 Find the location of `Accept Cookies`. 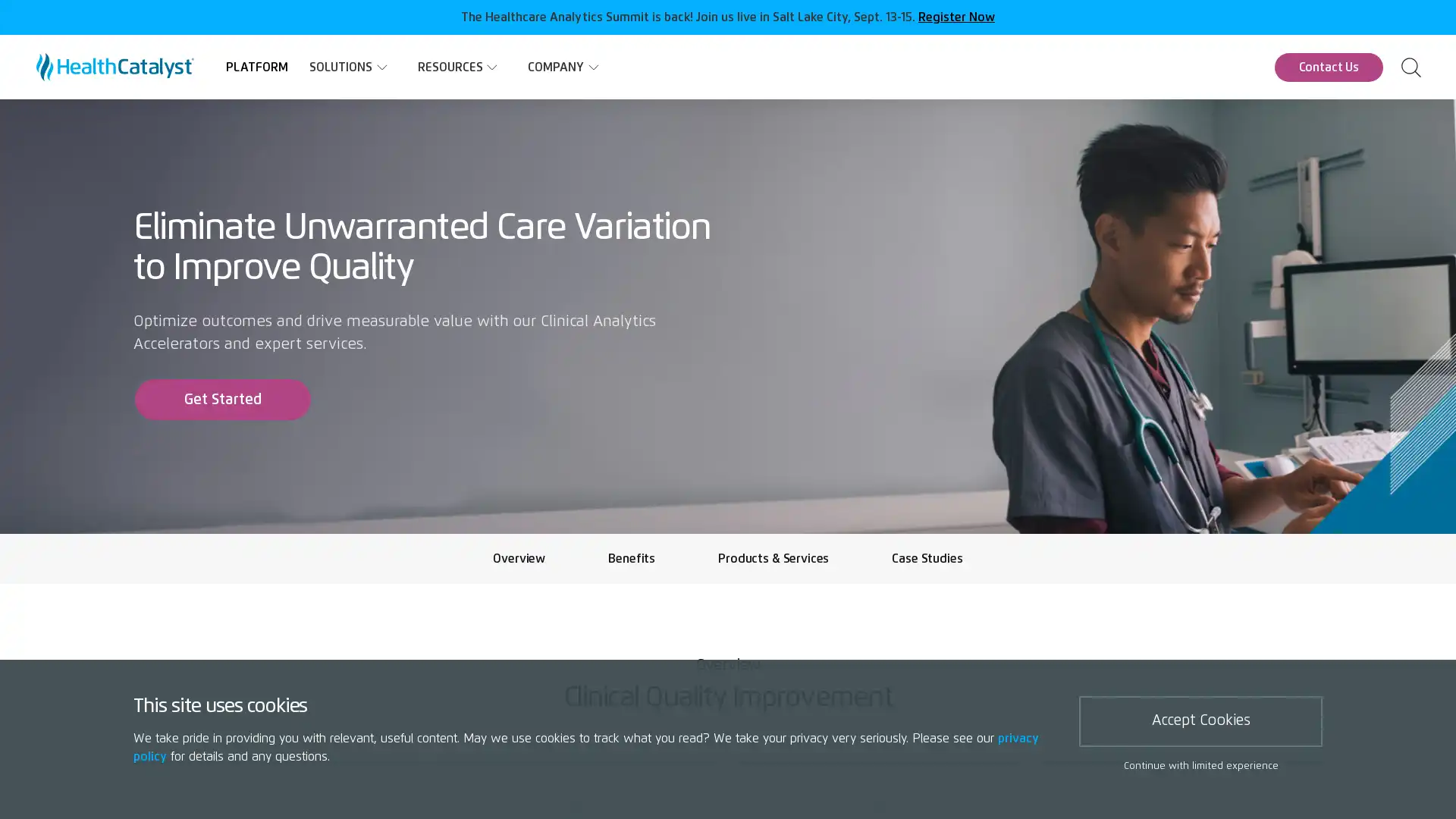

Accept Cookies is located at coordinates (1200, 720).